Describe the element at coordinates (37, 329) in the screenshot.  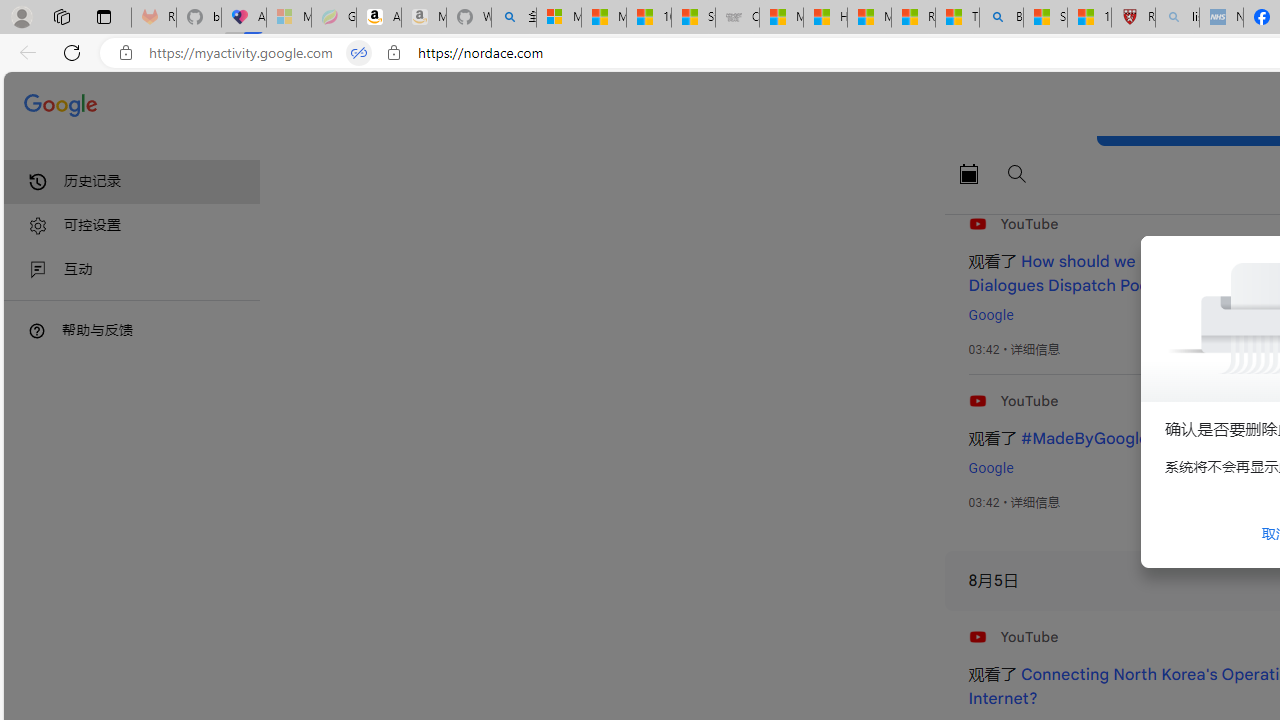
I see `'Class: DTiKkd NMm5M'` at that location.